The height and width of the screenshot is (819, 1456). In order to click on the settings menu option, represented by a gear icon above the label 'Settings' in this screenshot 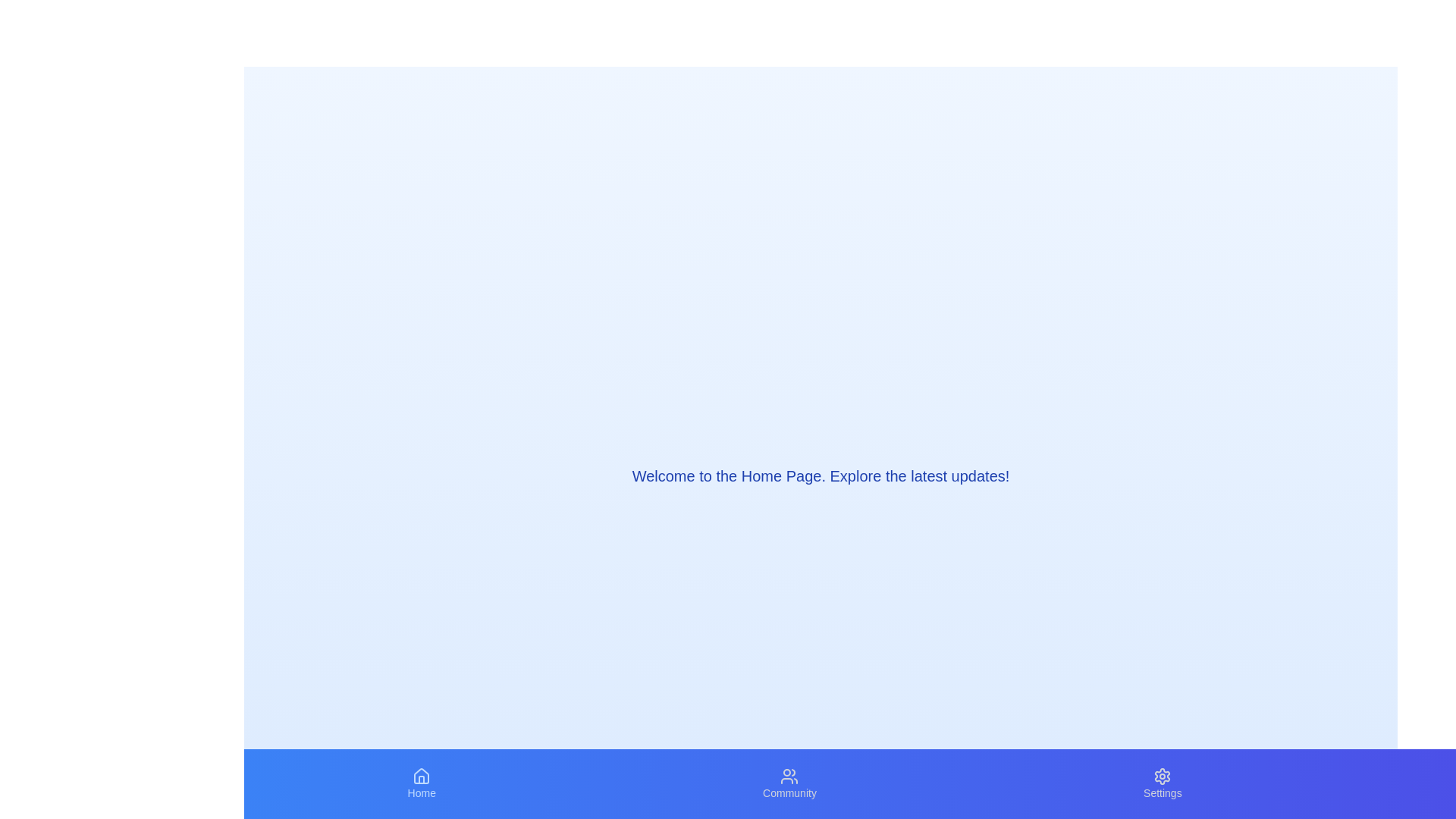, I will do `click(1162, 783)`.